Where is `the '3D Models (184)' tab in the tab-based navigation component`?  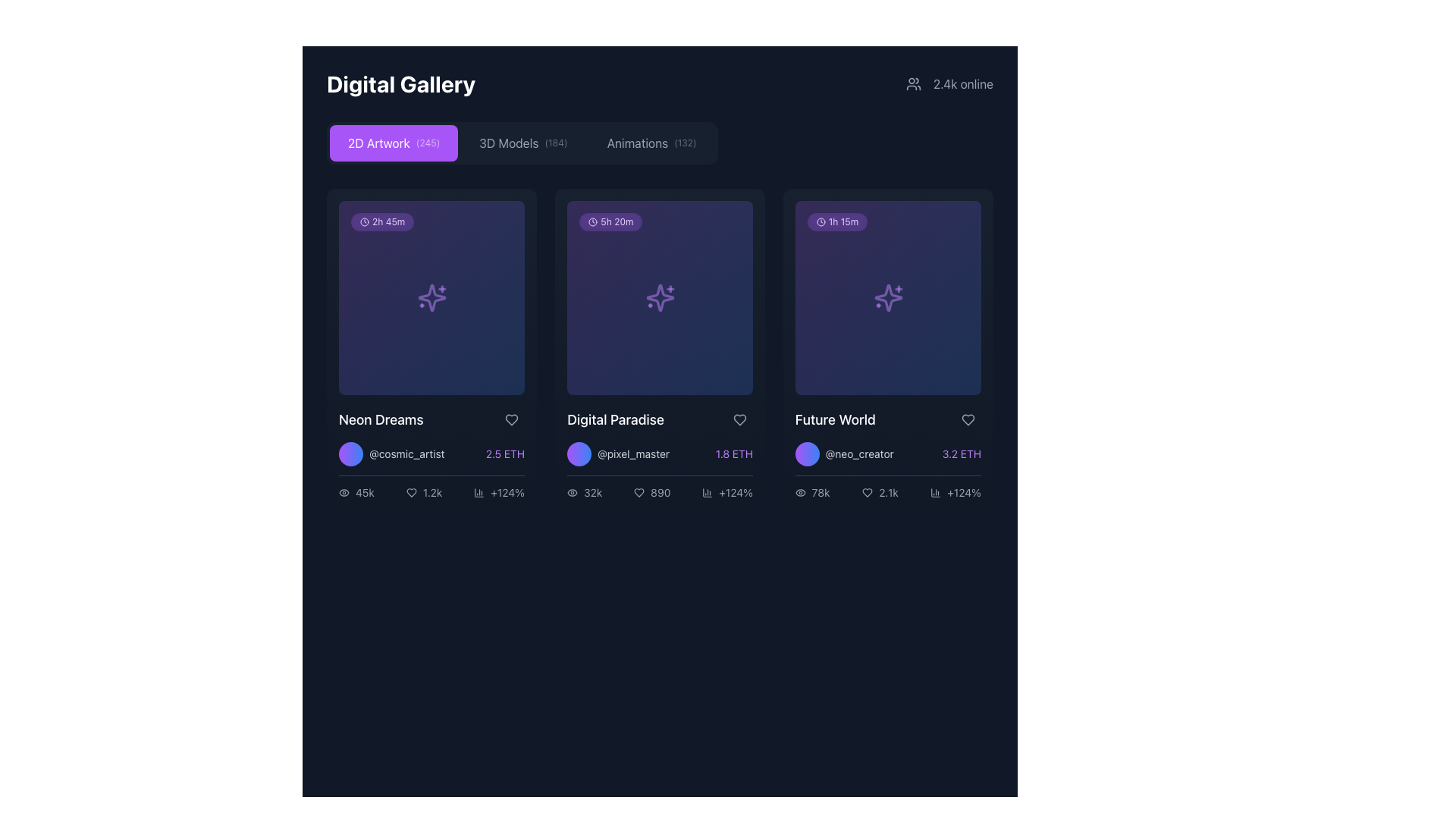
the '3D Models (184)' tab in the tab-based navigation component is located at coordinates (522, 143).